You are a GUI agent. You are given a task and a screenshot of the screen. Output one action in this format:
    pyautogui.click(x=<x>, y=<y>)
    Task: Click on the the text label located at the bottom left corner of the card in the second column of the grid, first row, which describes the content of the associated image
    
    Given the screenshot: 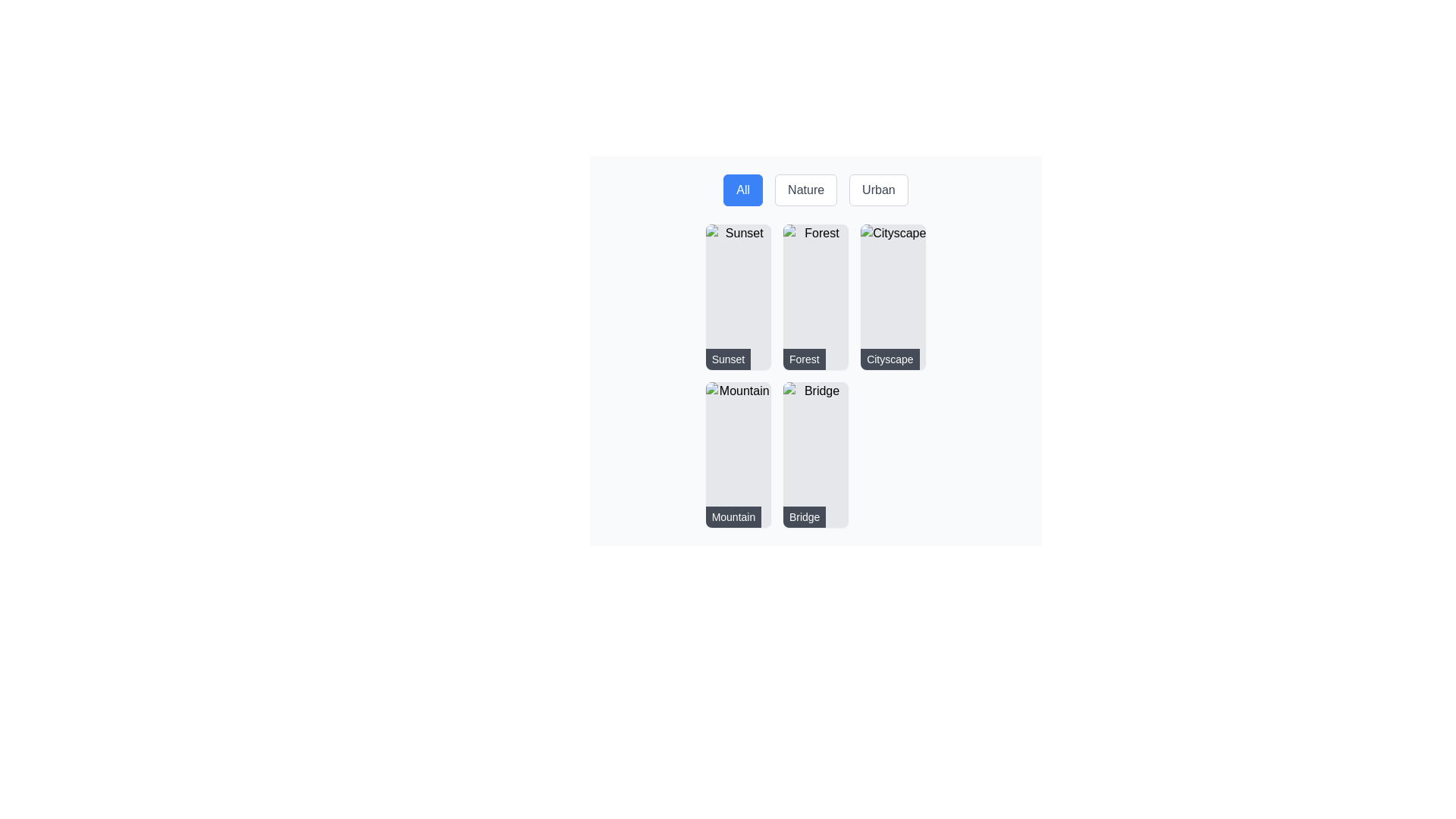 What is the action you would take?
    pyautogui.click(x=803, y=359)
    